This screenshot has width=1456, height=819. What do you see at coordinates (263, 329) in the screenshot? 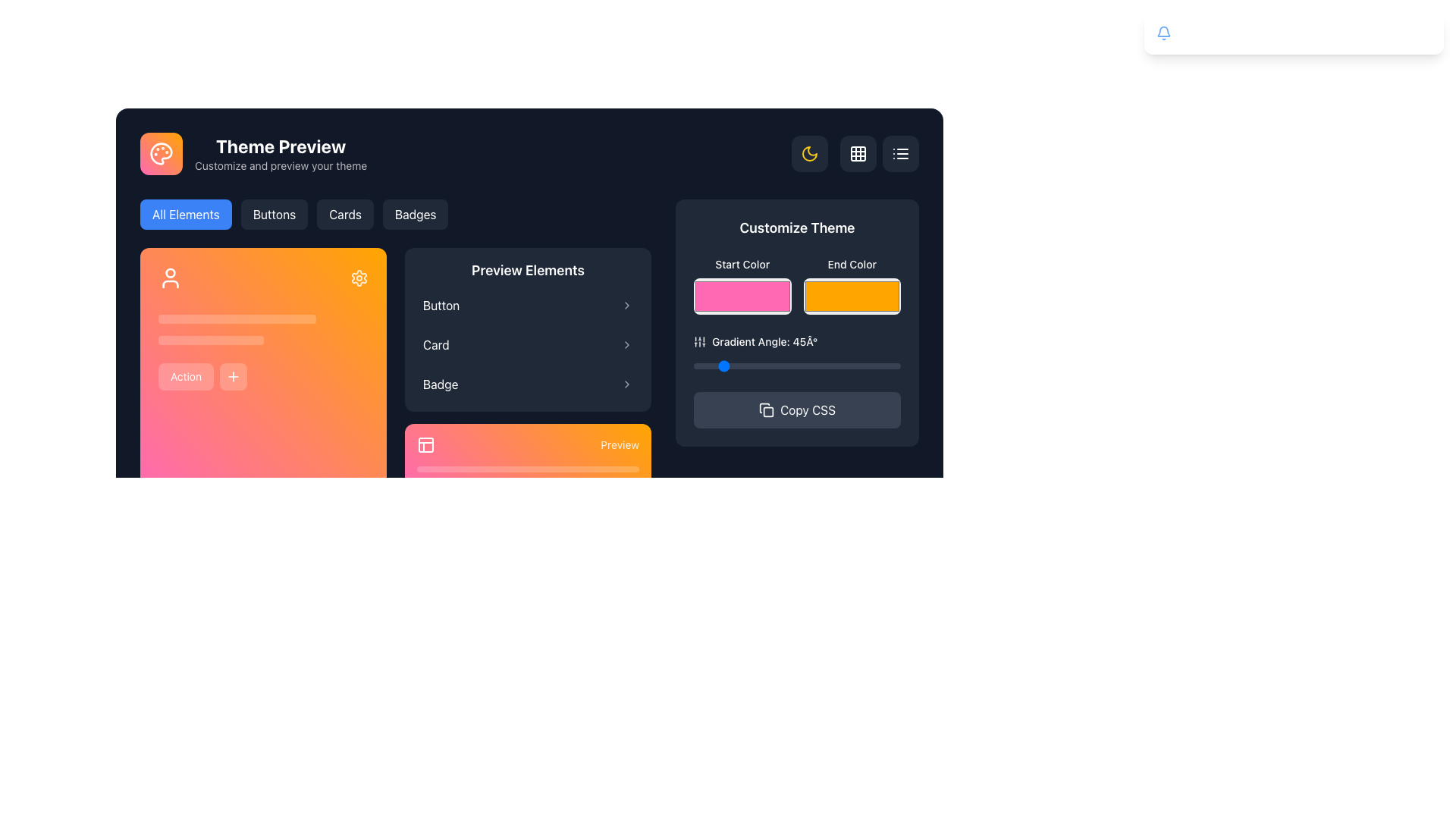
I see `the composite UI component consisting of two rounded progress bars located in the middle section of the gradient-colored panel on the left side of the interface` at bounding box center [263, 329].